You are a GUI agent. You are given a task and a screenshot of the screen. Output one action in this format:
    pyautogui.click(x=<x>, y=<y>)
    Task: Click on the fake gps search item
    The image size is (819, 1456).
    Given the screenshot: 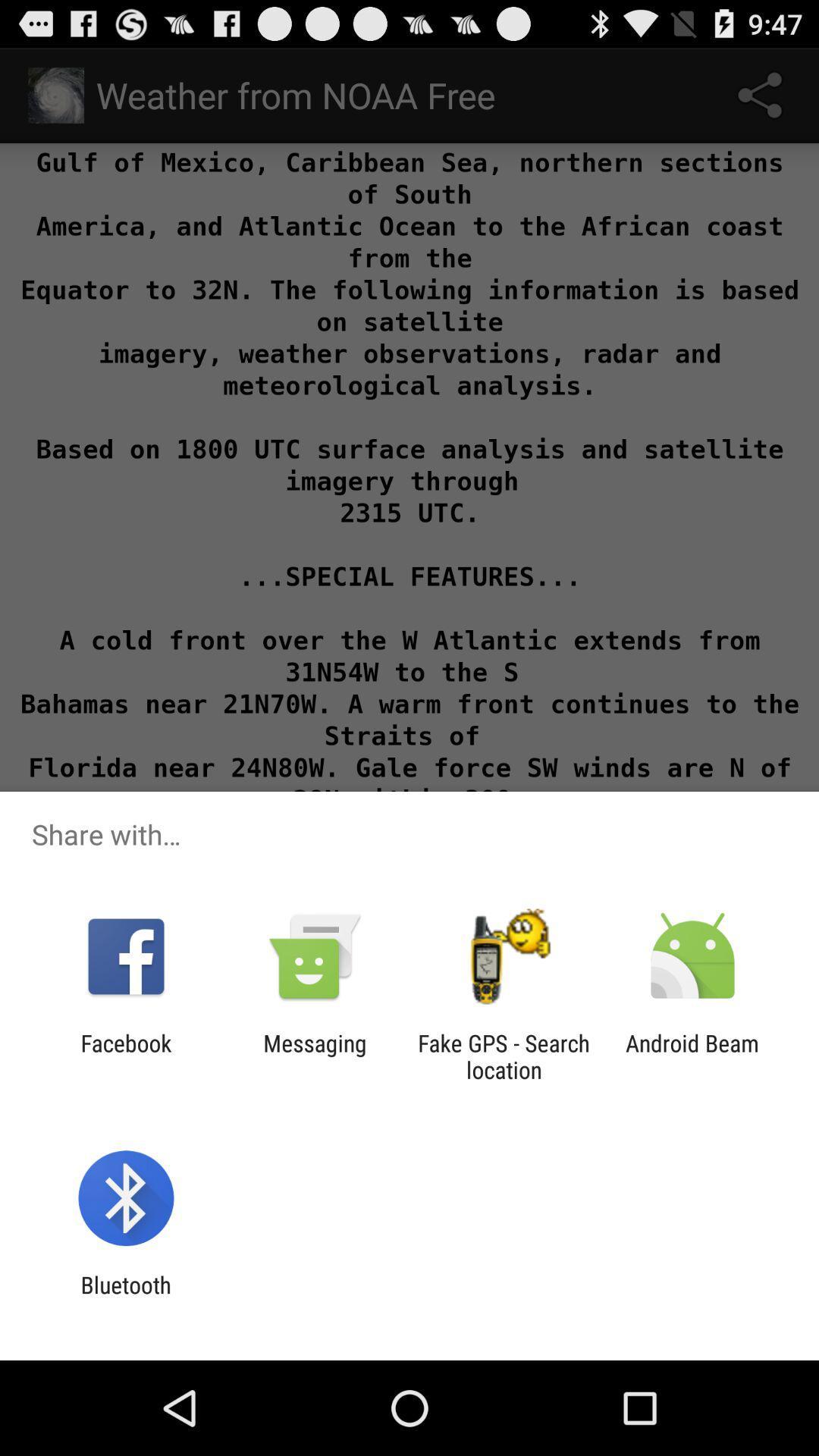 What is the action you would take?
    pyautogui.click(x=504, y=1056)
    